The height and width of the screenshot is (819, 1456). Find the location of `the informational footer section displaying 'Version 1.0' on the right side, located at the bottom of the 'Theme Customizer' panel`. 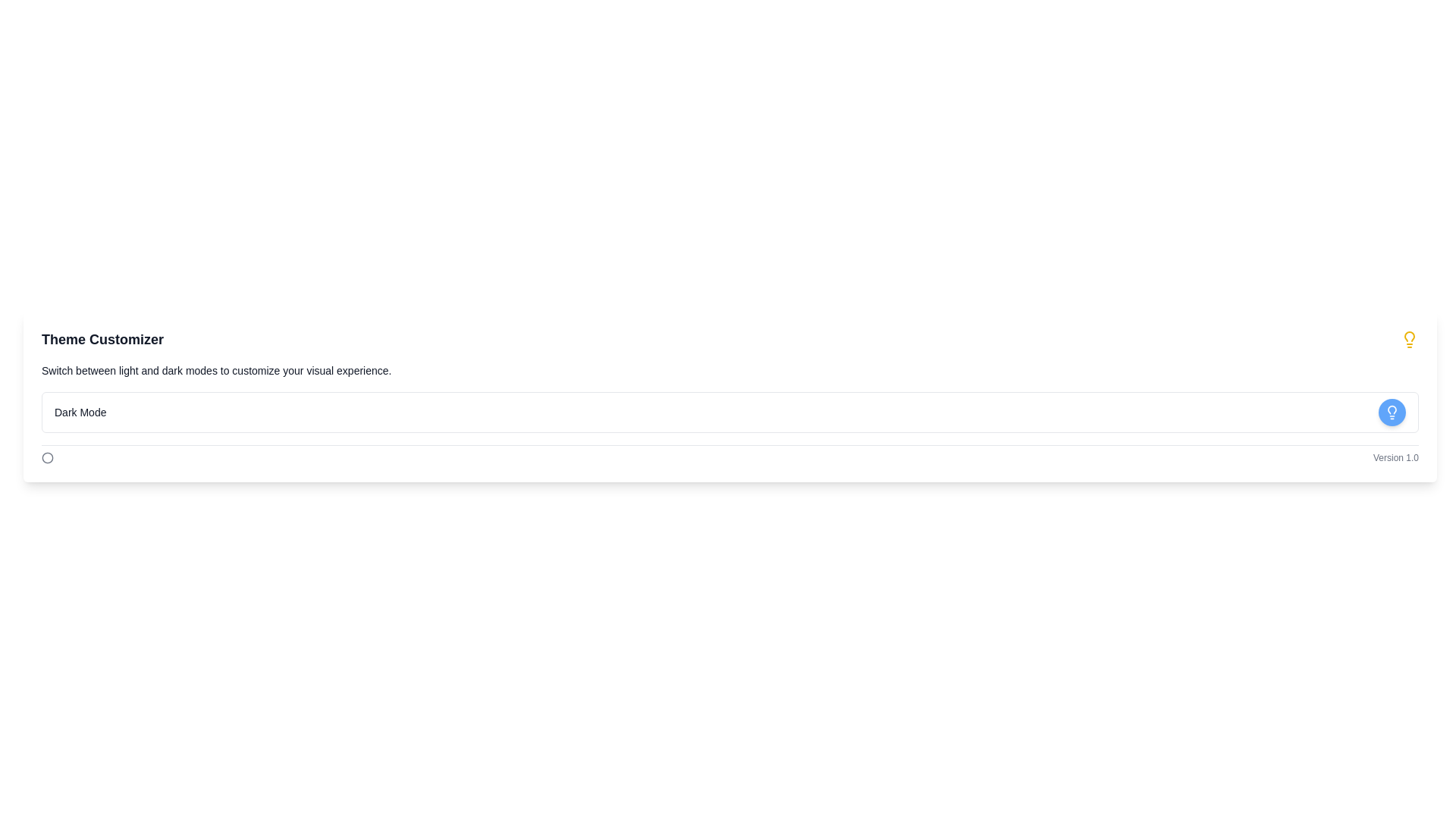

the informational footer section displaying 'Version 1.0' on the right side, located at the bottom of the 'Theme Customizer' panel is located at coordinates (730, 453).